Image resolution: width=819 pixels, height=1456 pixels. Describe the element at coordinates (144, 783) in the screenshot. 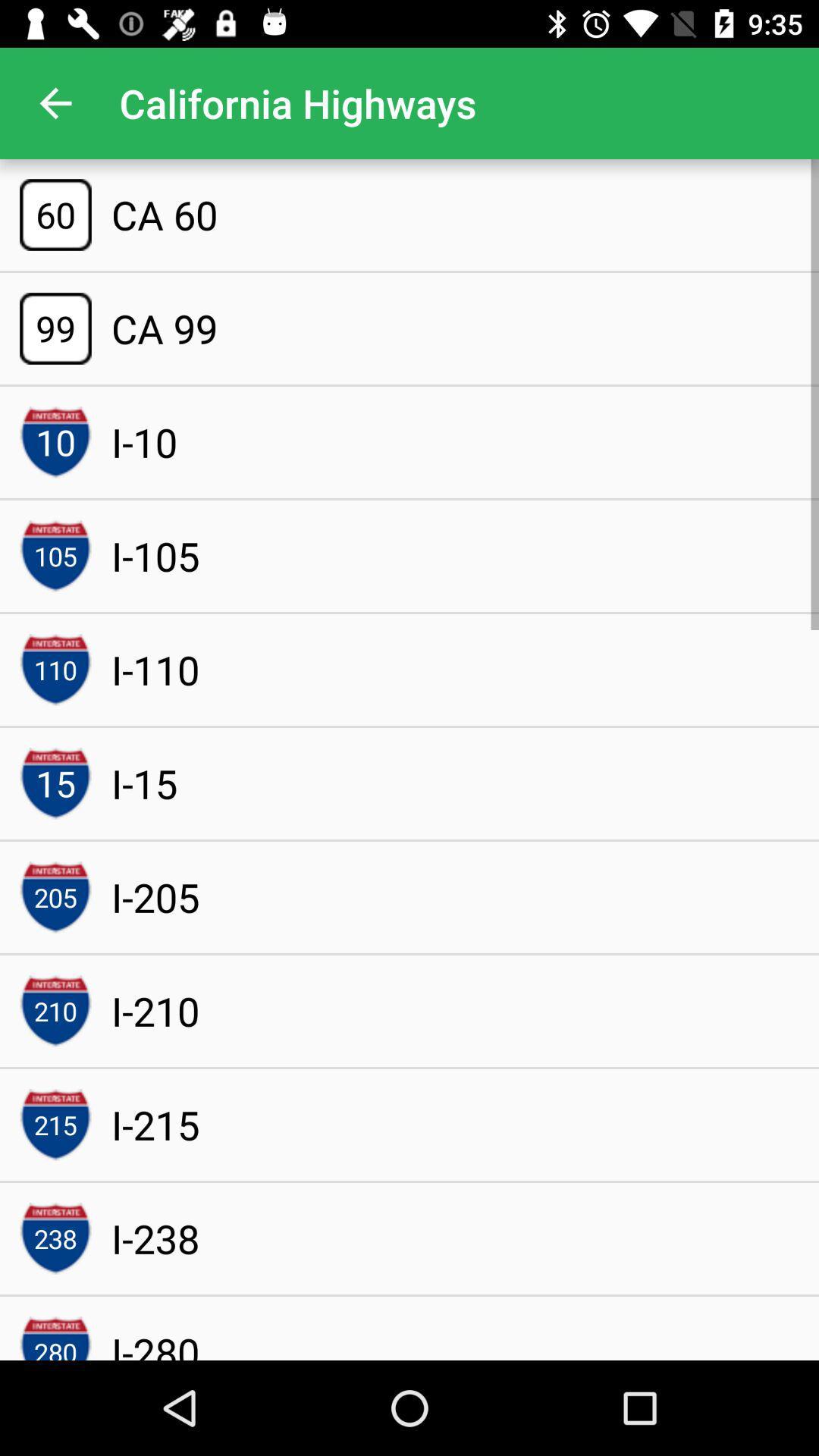

I see `the item below the i-110 item` at that location.